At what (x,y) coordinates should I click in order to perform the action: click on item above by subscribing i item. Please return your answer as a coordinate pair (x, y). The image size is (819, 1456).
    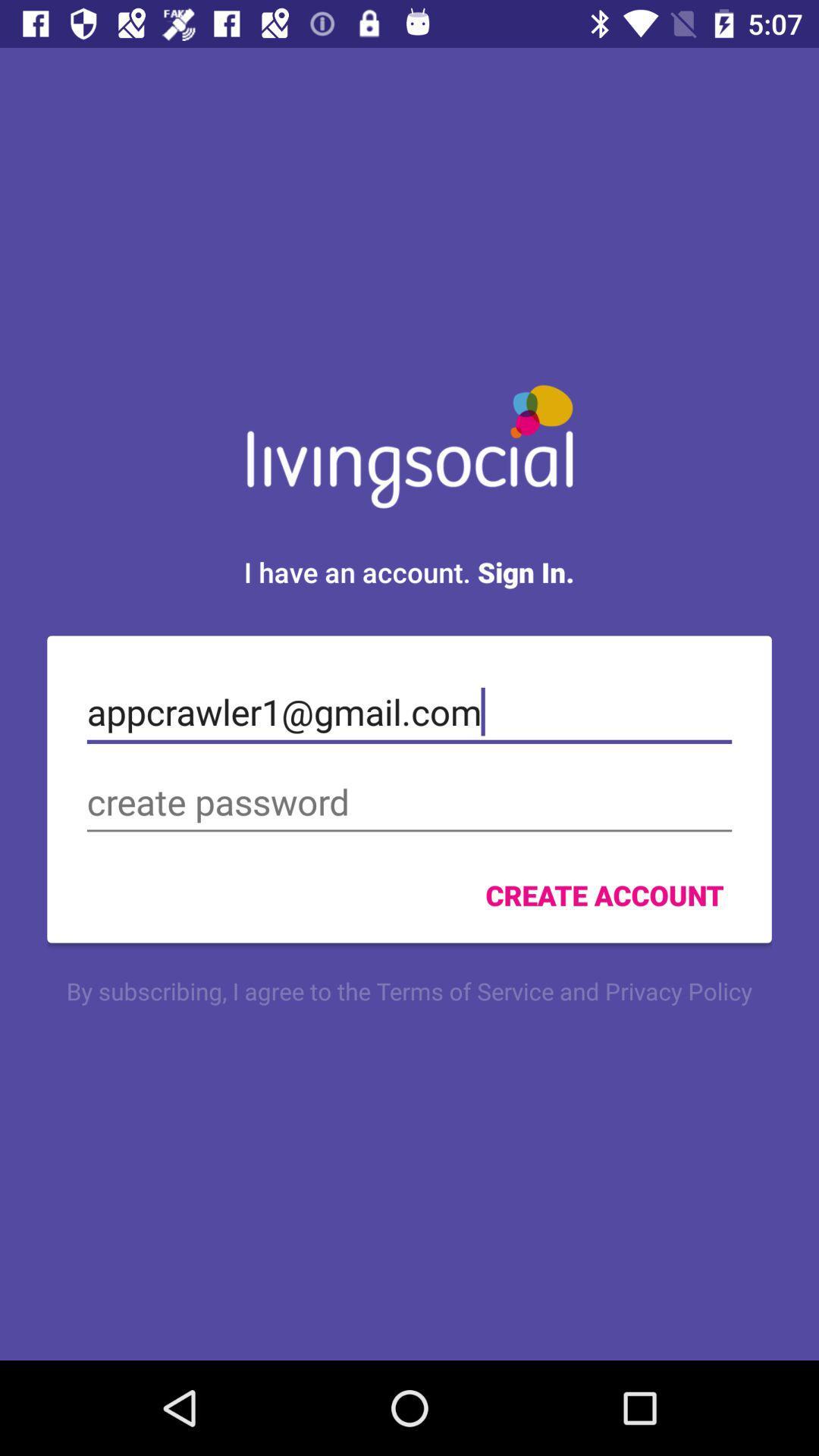
    Looking at the image, I should click on (604, 895).